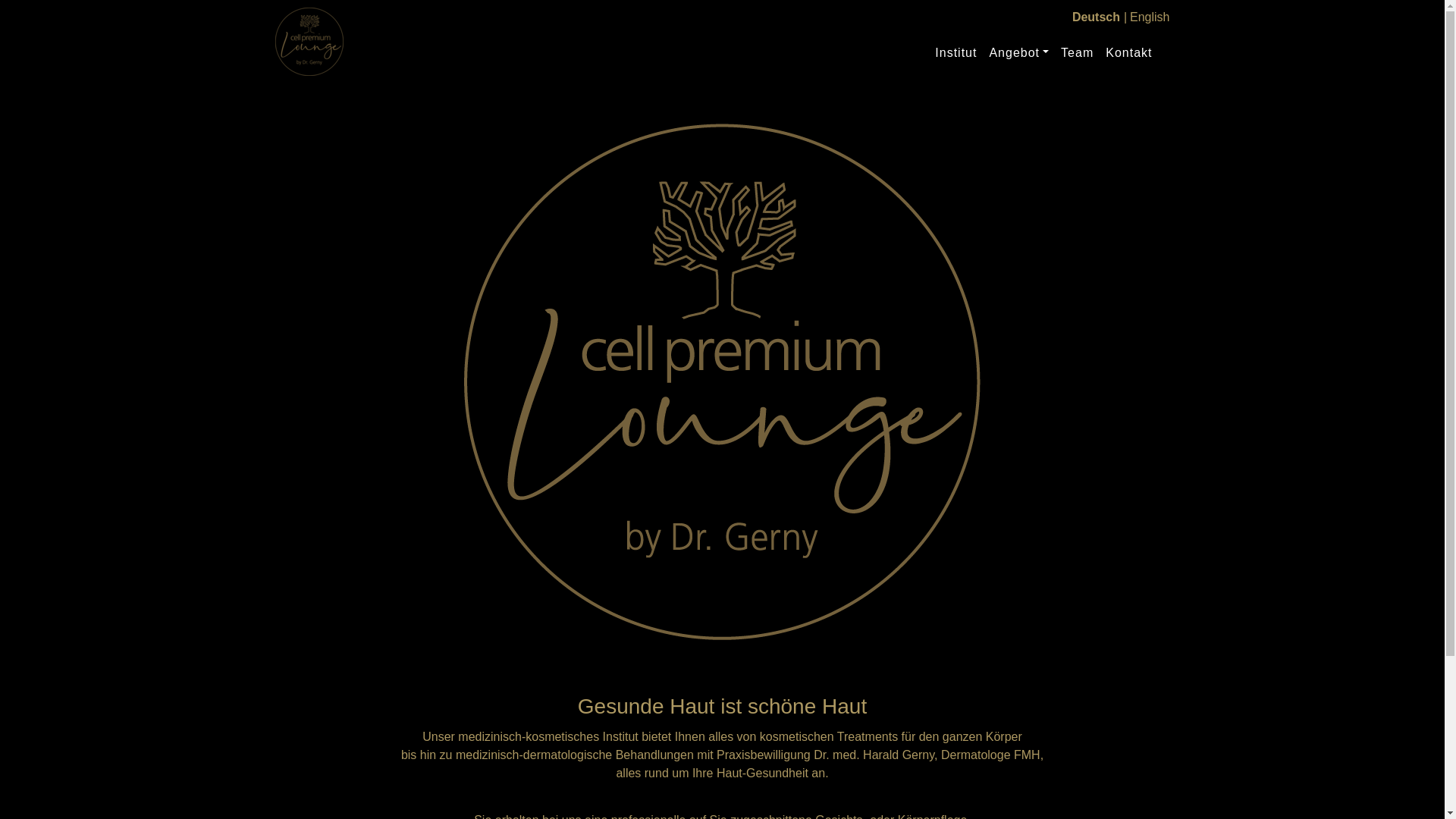 The width and height of the screenshot is (1456, 819). Describe the element at coordinates (1018, 52) in the screenshot. I see `'Angebot'` at that location.